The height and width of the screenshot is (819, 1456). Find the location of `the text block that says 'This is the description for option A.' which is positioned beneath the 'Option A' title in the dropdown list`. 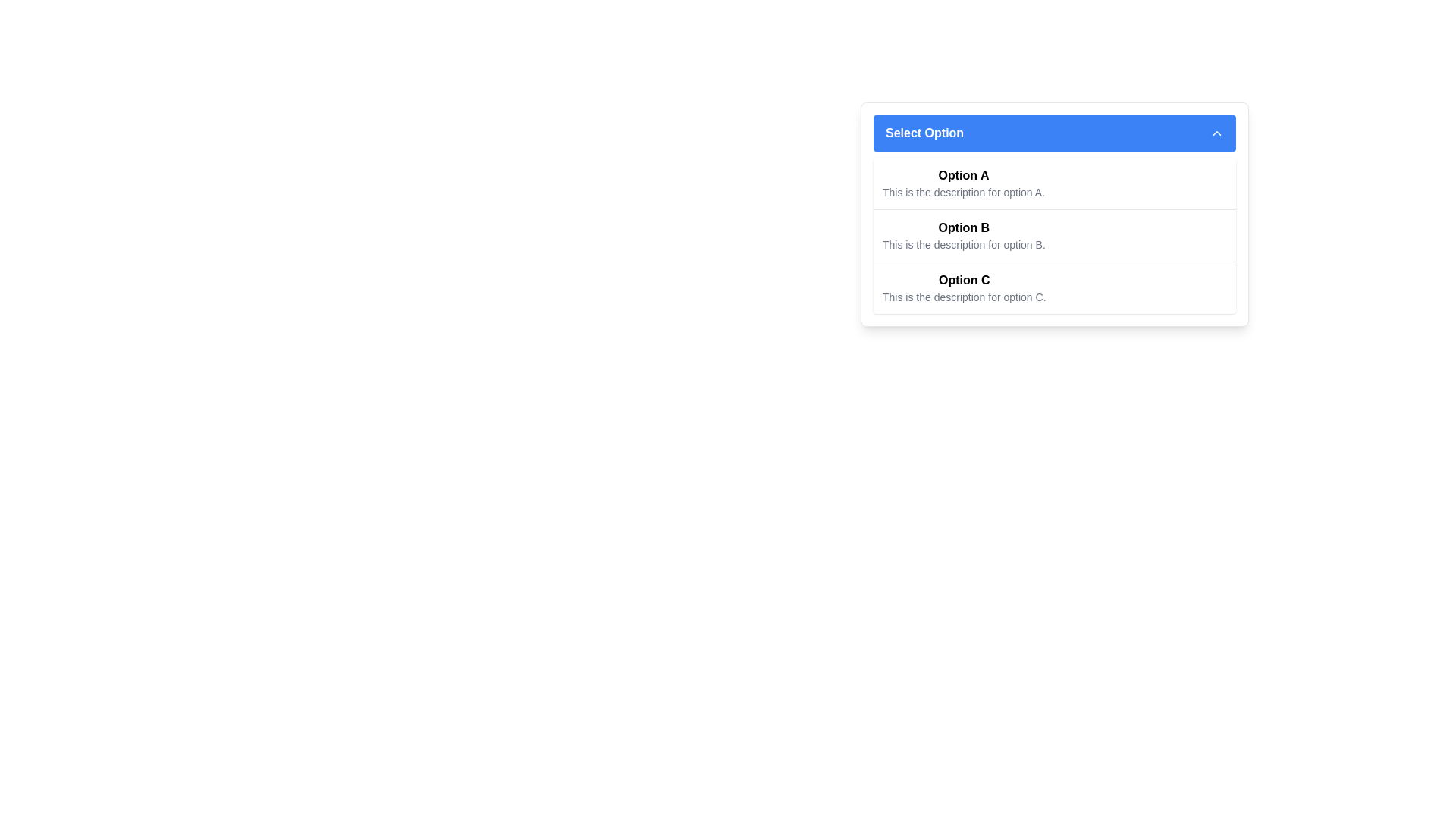

the text block that says 'This is the description for option A.' which is positioned beneath the 'Option A' title in the dropdown list is located at coordinates (963, 192).